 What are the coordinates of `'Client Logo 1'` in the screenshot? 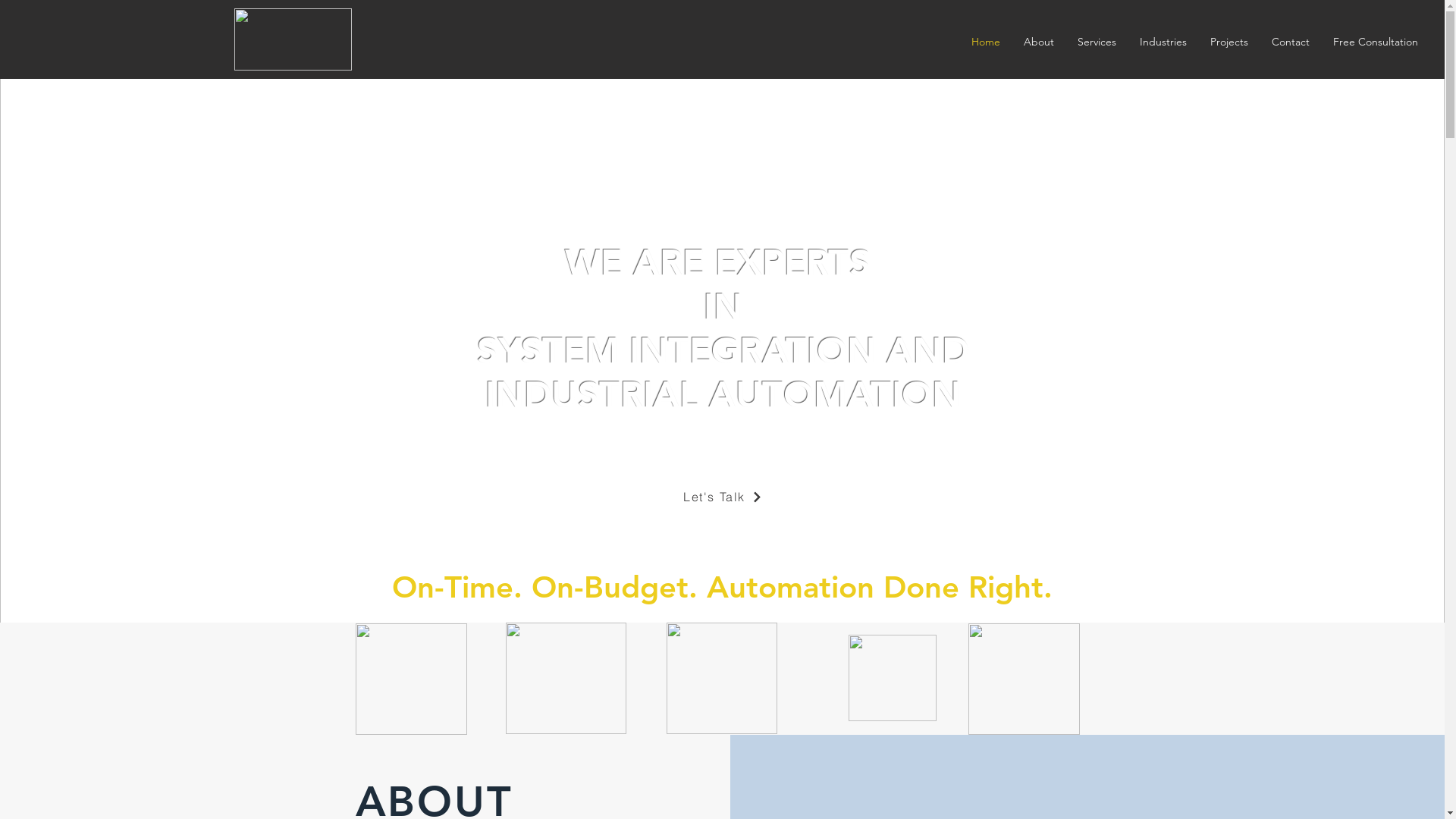 It's located at (353, 678).